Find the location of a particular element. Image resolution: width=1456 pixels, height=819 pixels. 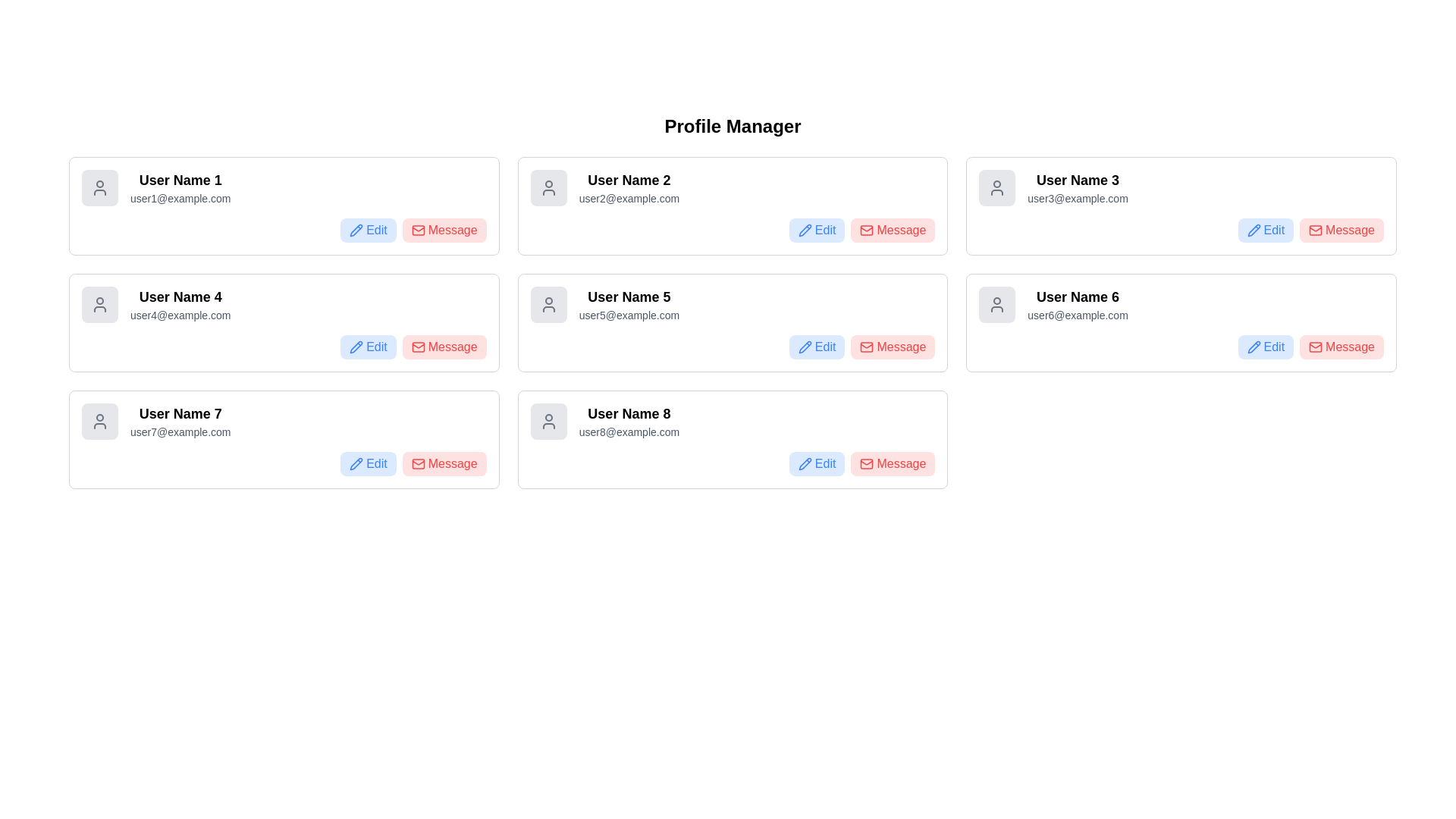

the envelope icon within the 'Message' button associated with 'User Name 7', which is highlighted in red is located at coordinates (418, 463).